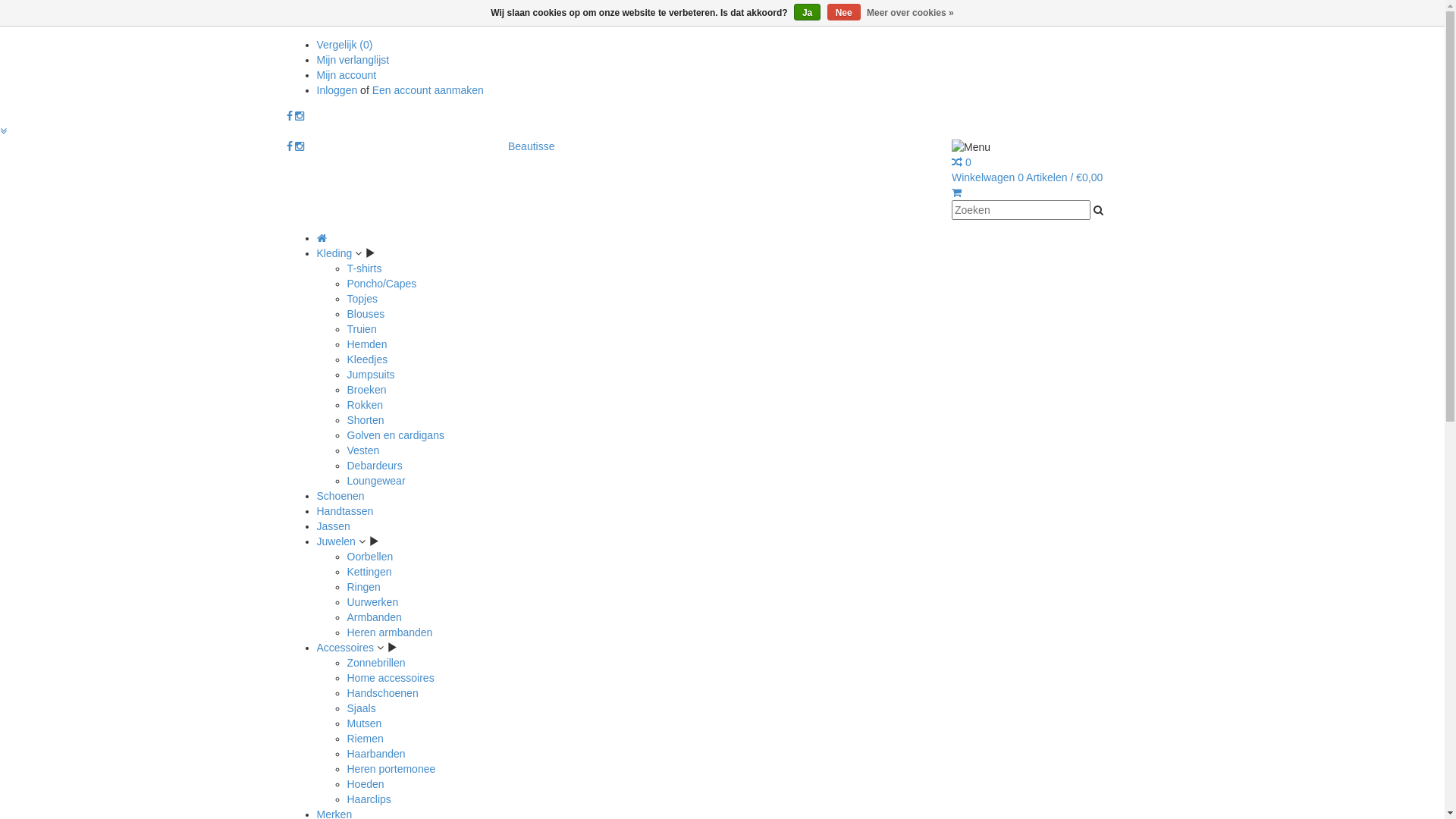 This screenshot has height=819, width=1456. Describe the element at coordinates (315, 58) in the screenshot. I see `'Mijn verlanglijst'` at that location.